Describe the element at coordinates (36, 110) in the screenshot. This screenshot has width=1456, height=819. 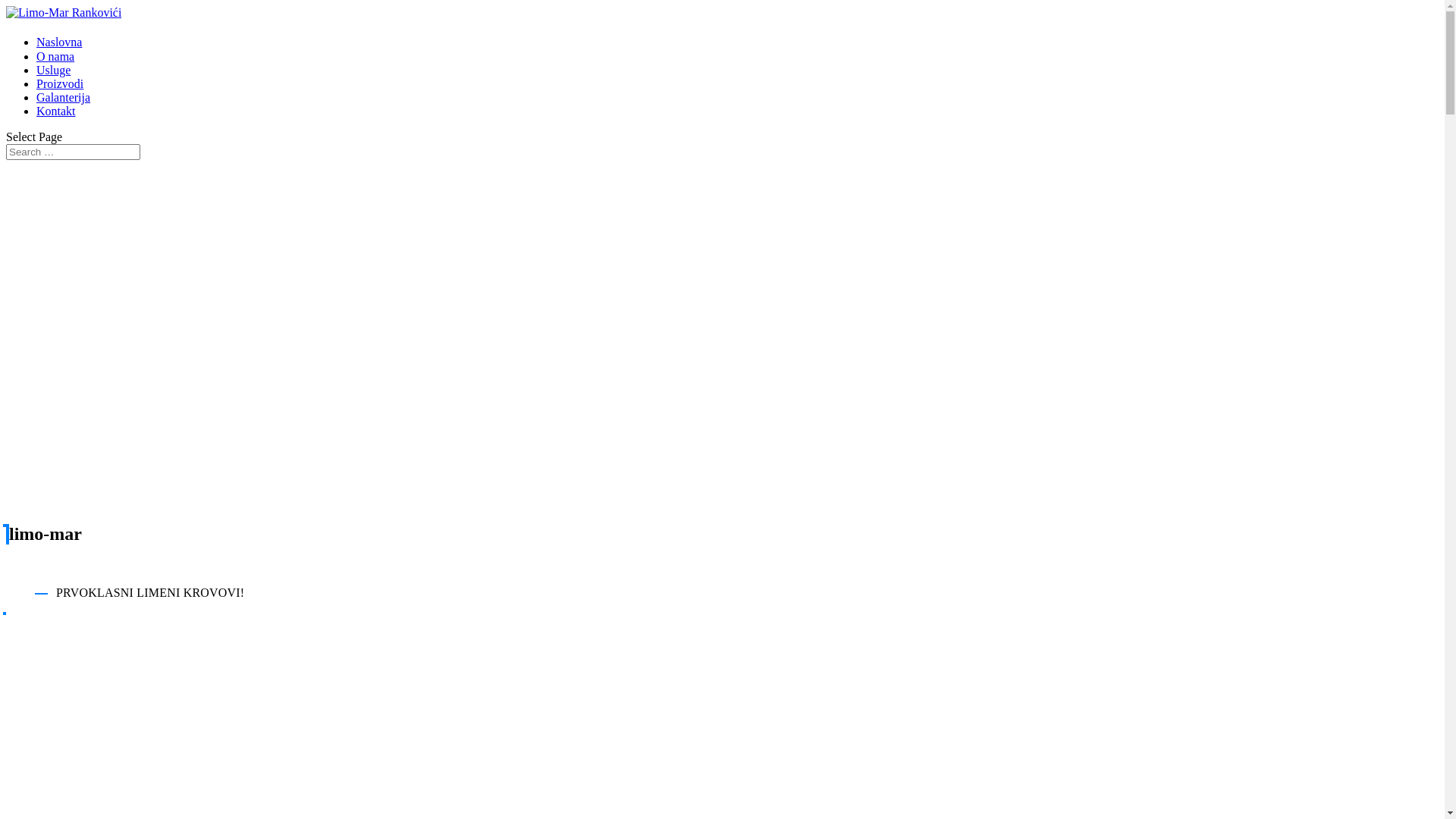
I see `'Kontakt'` at that location.